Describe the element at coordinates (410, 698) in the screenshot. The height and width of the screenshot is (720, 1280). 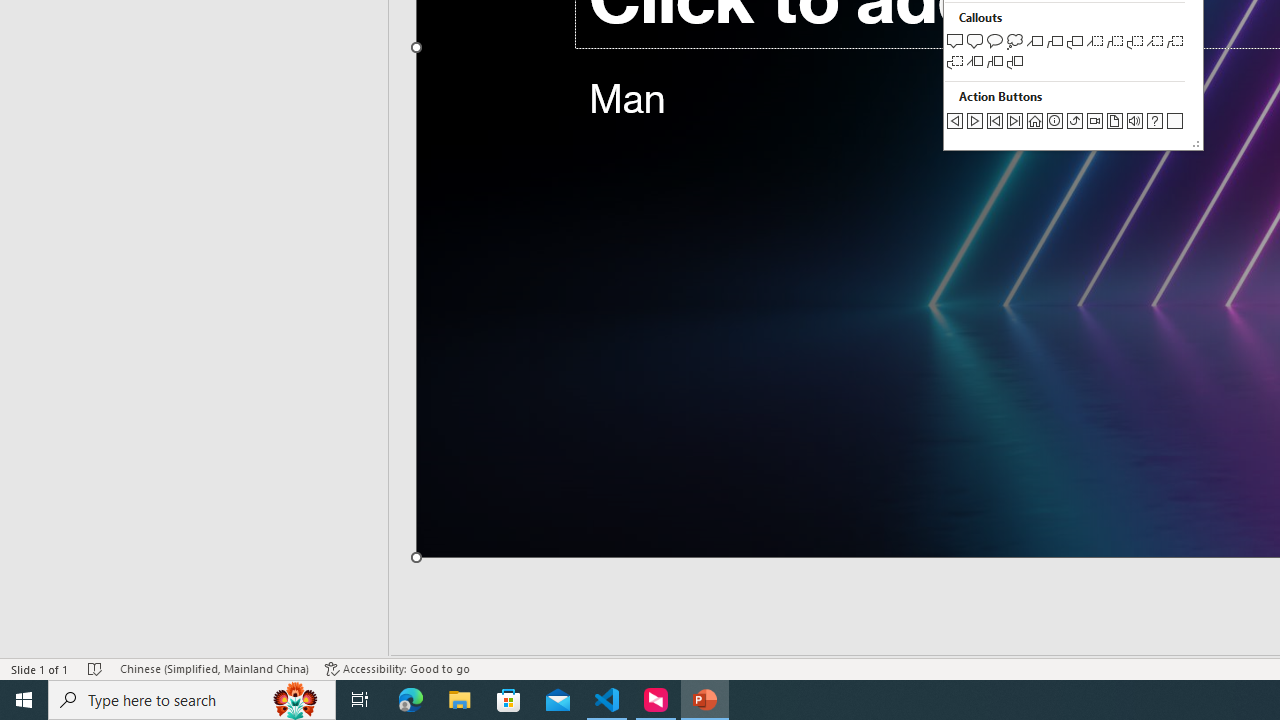
I see `'Microsoft Edge'` at that location.